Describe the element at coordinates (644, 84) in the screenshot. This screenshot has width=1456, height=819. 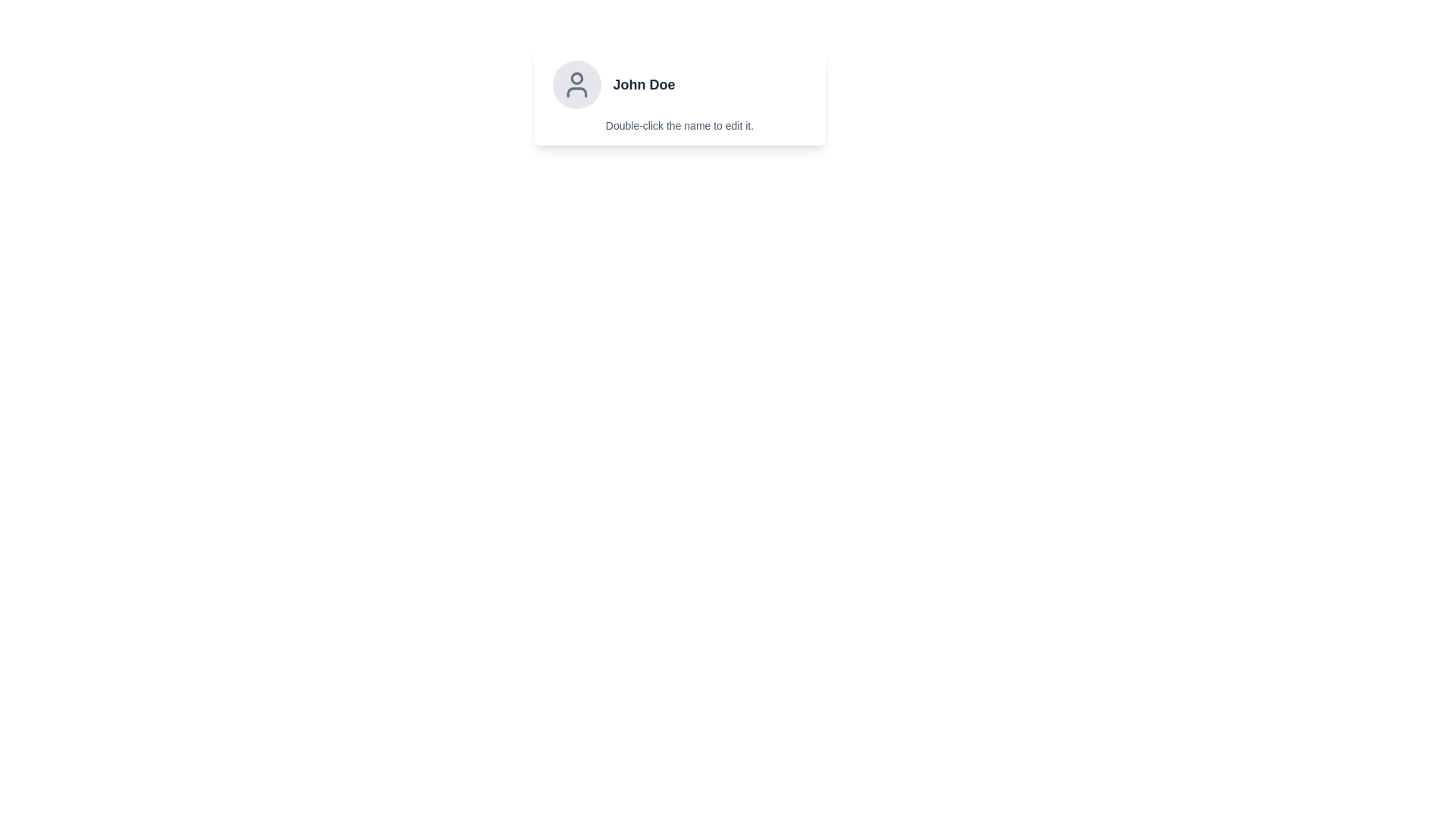
I see `the text label displaying 'John Doe', which is styled in bold and dark gray, positioned to the right of a user silhouette icon` at that location.